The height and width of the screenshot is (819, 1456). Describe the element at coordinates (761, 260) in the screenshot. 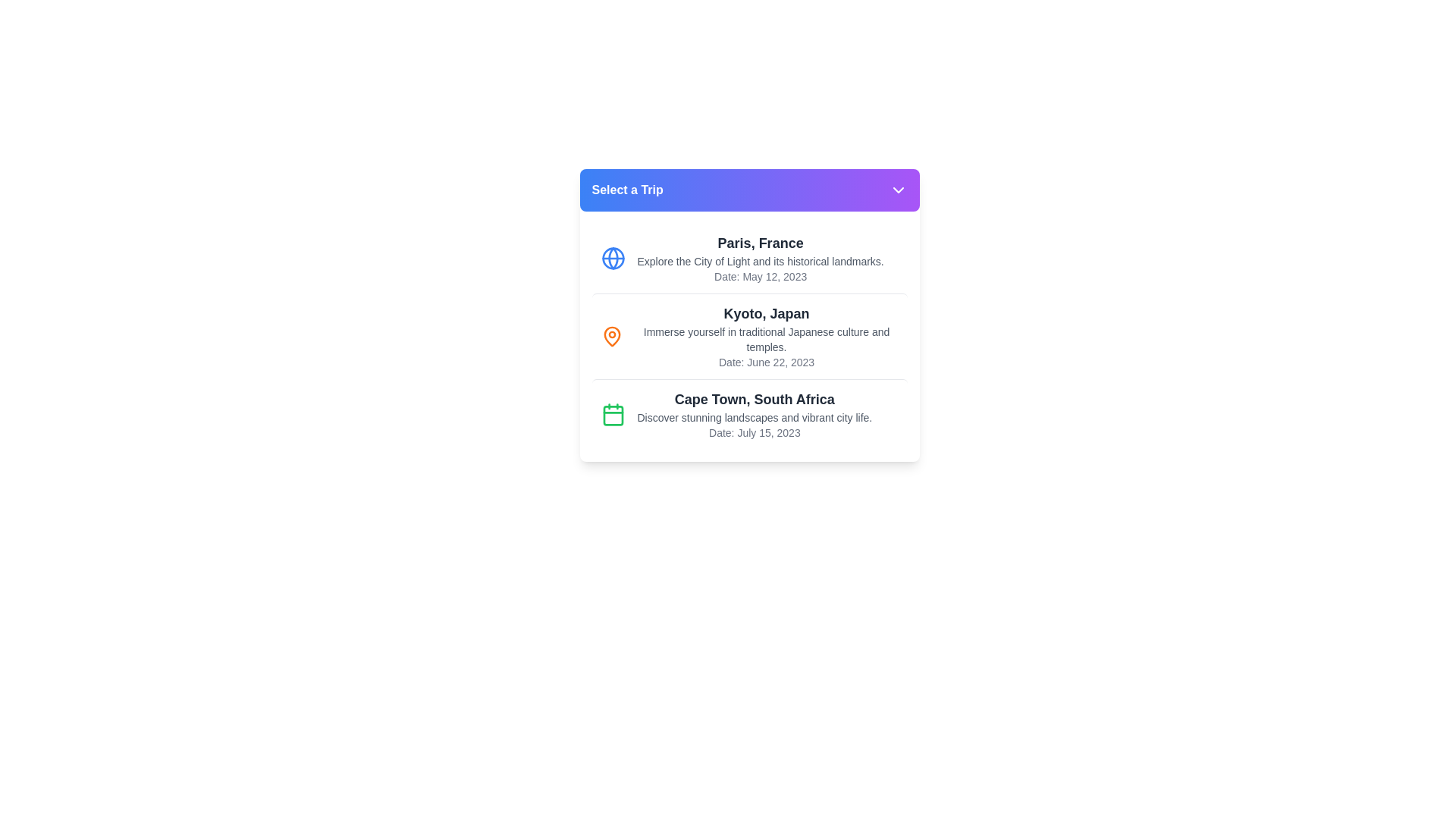

I see `the text element that reads 'Explore the City of Light and its historical landmarks.' located below the heading 'Paris, France.'` at that location.